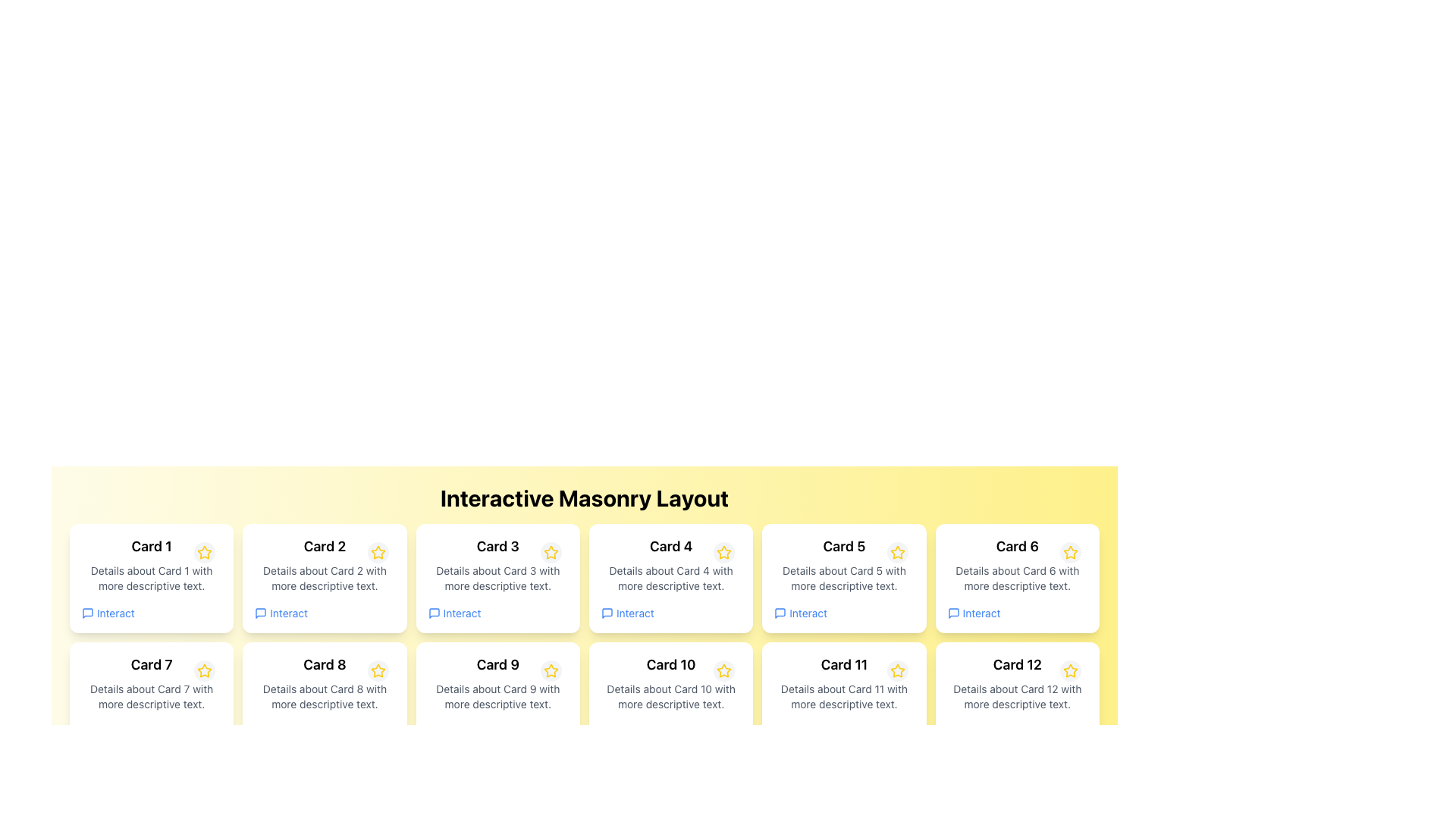  I want to click on the star icon located at the top-right corner of 'Card 2' to mark it as a favorite or rate it, so click(378, 553).